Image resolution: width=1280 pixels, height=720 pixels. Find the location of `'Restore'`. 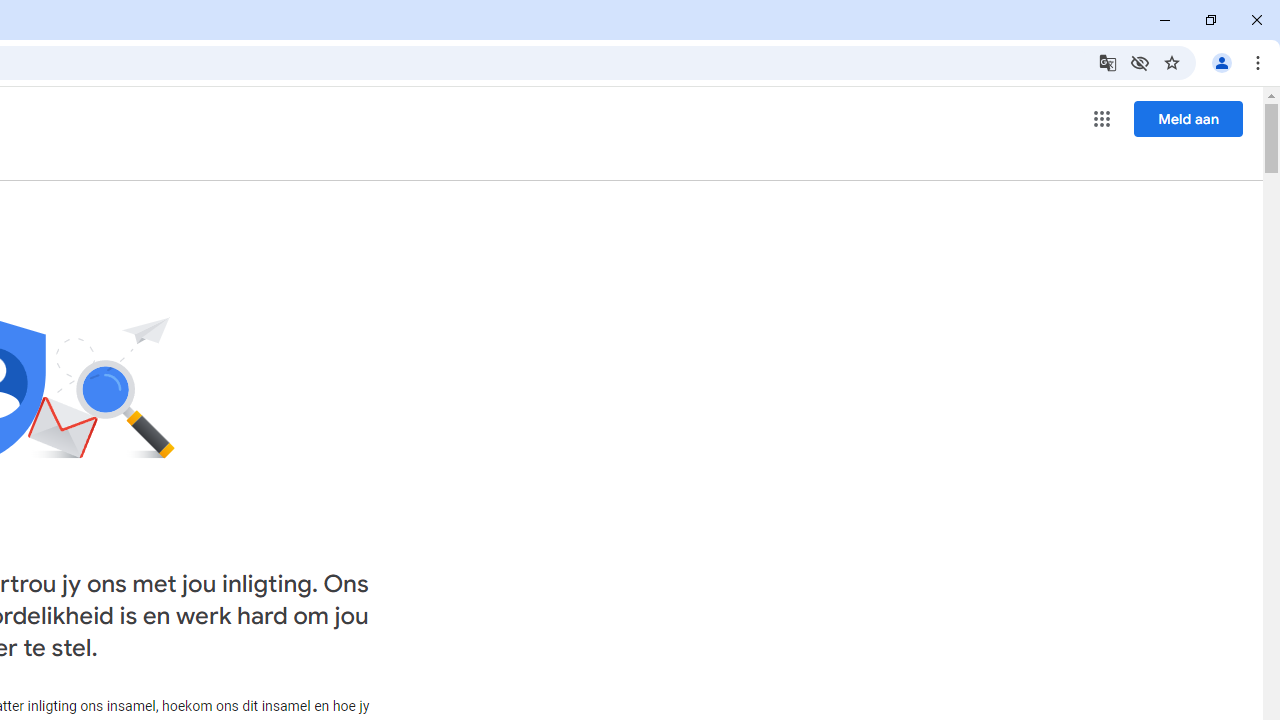

'Restore' is located at coordinates (1209, 20).